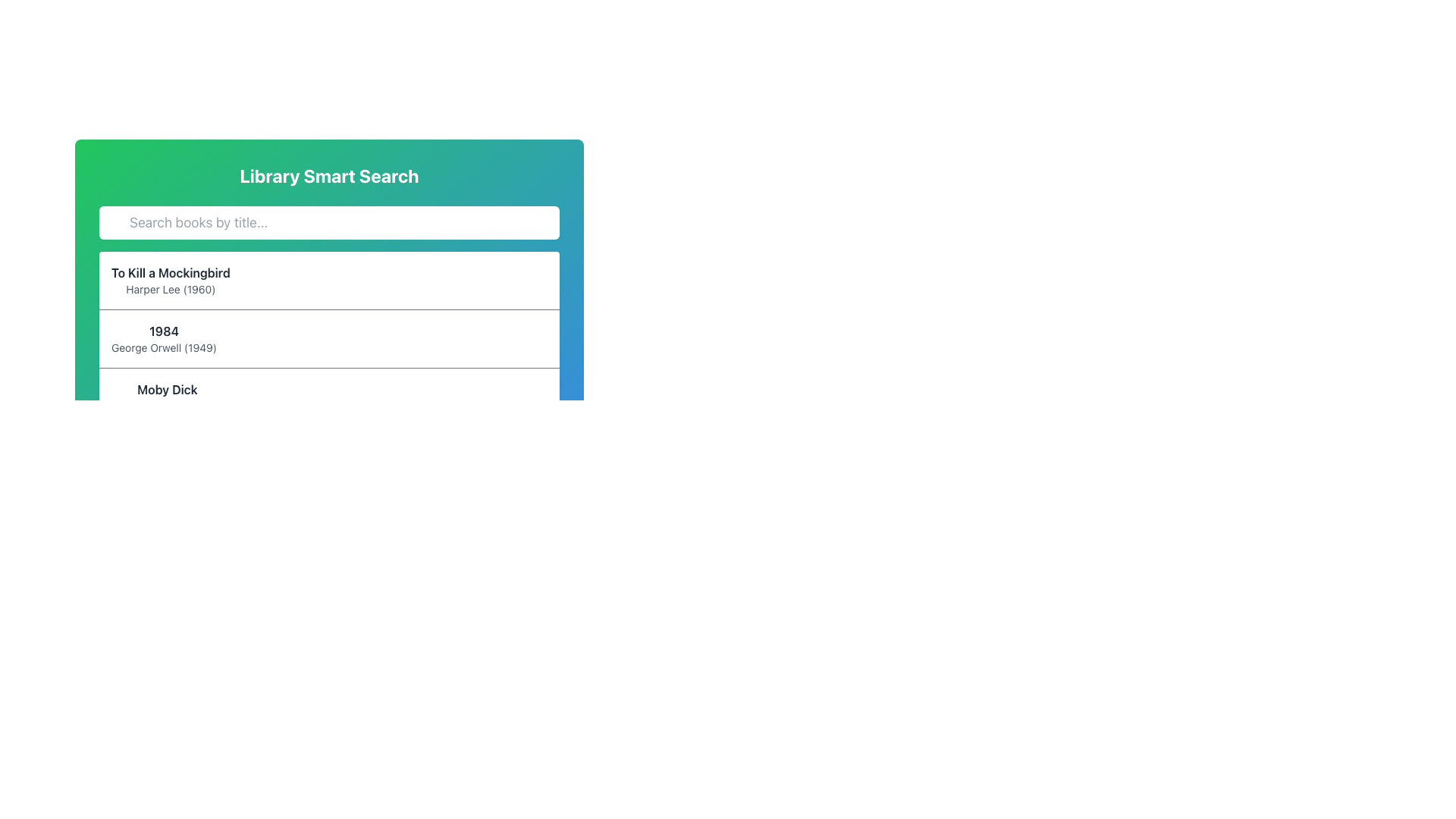 The height and width of the screenshot is (819, 1456). Describe the element at coordinates (164, 338) in the screenshot. I see `the label displaying the title and author information for the book '1984' by George Orwell, which is positioned below 'To Kill a Mockingbird' and above 'Moby Dick'` at that location.